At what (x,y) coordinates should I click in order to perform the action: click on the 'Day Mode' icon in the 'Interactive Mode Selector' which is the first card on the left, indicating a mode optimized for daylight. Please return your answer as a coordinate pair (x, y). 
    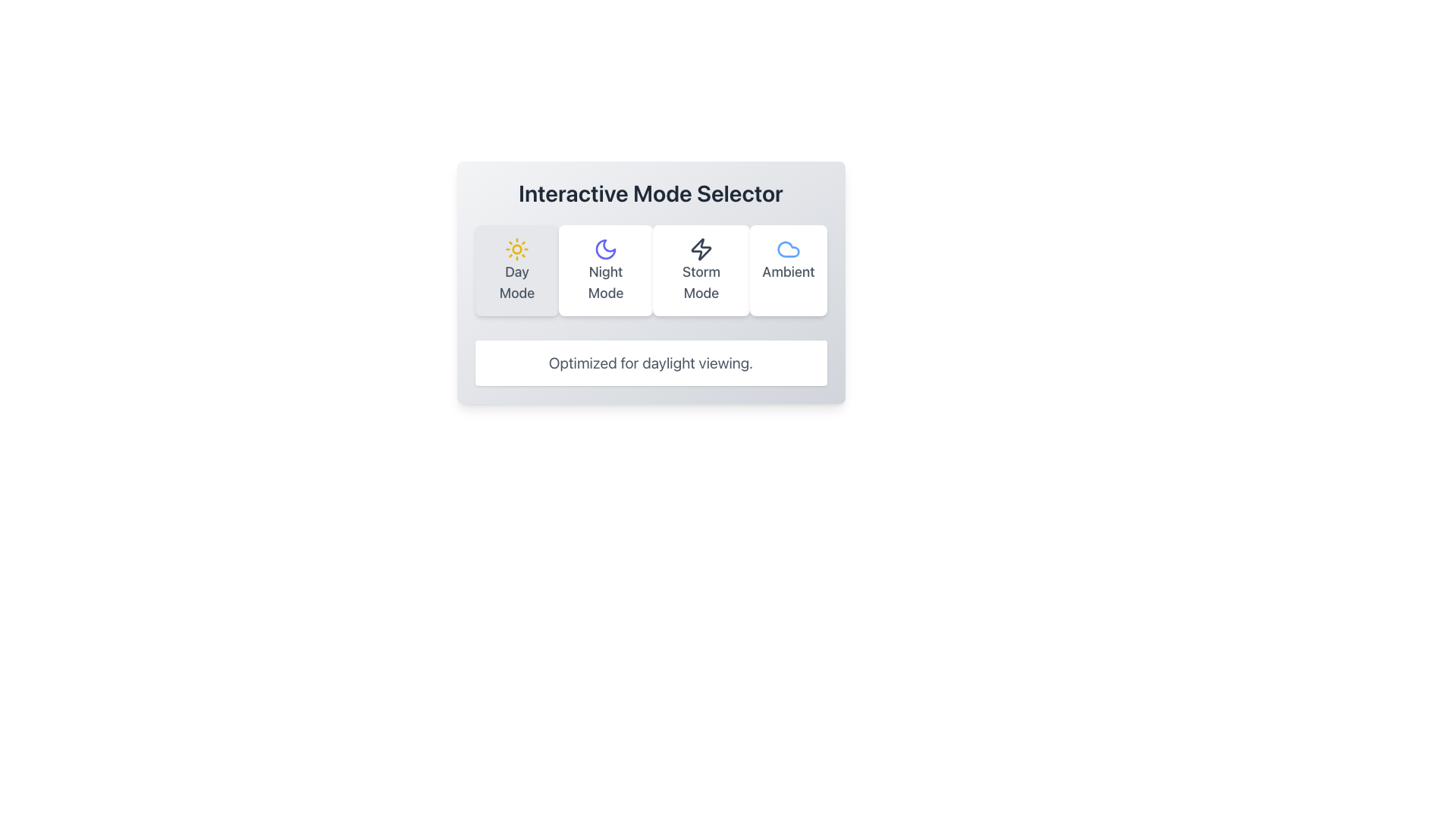
    Looking at the image, I should click on (516, 248).